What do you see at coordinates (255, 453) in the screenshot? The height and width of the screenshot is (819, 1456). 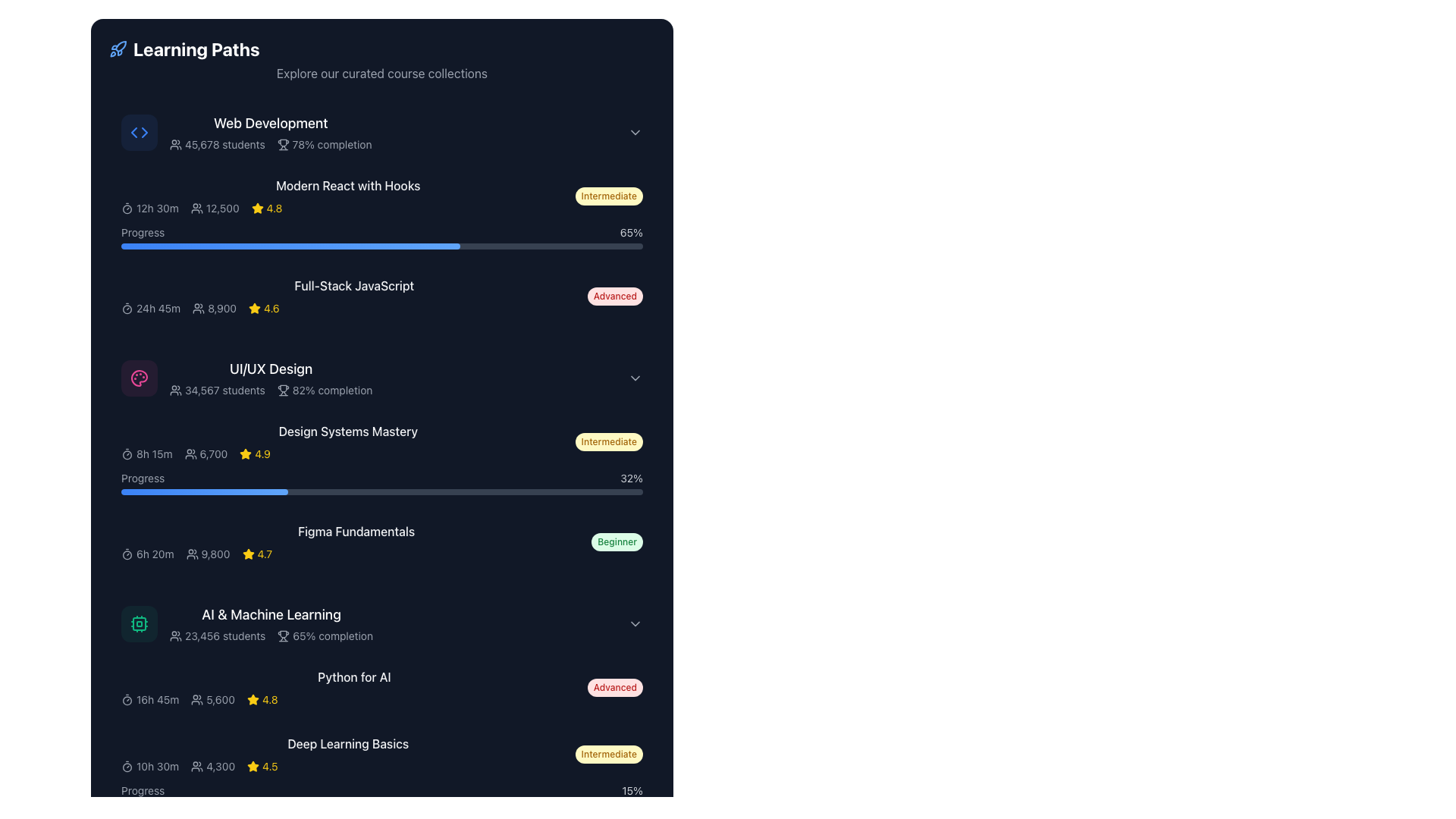 I see `the yellow star icon indicating a rating of '4.9' in the 'Design Systems Mastery' course entry, located in the 'Learning Paths' section` at bounding box center [255, 453].